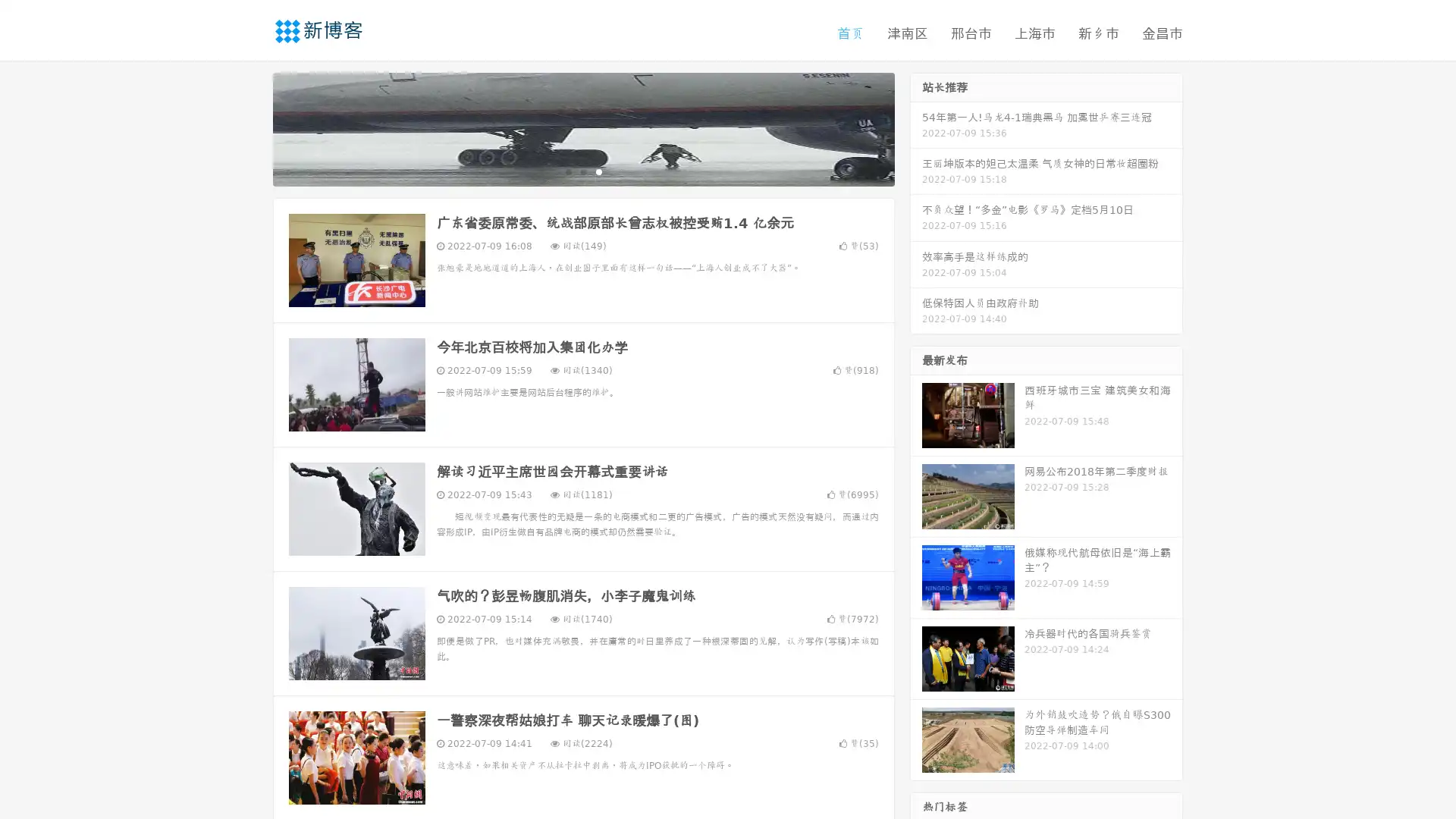 Image resolution: width=1456 pixels, height=819 pixels. What do you see at coordinates (567, 171) in the screenshot?
I see `Go to slide 1` at bounding box center [567, 171].